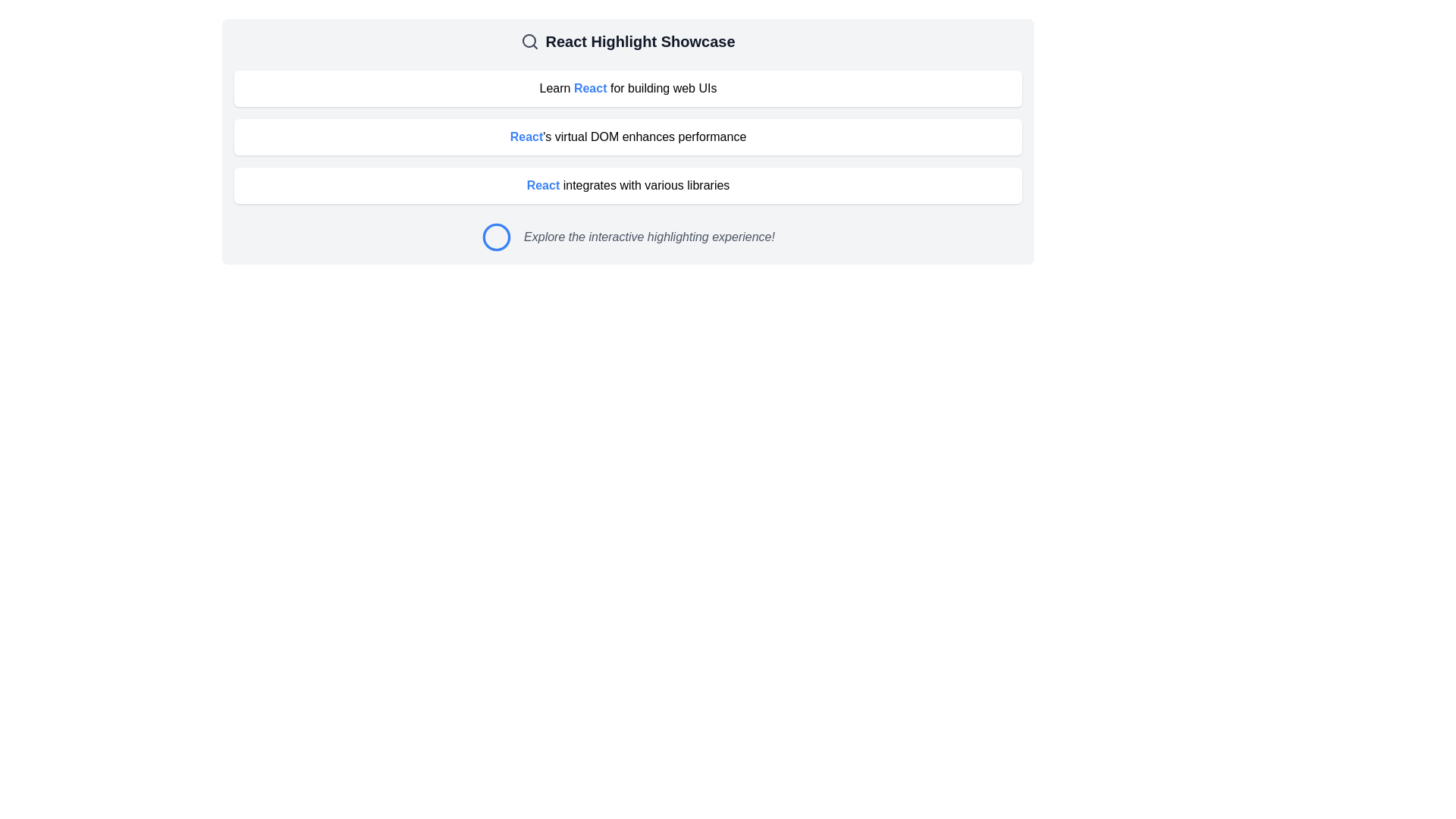 The image size is (1456, 819). What do you see at coordinates (649, 237) in the screenshot?
I see `the text label displaying 'Explore the interactive highlighting experience!' styled in gray italic font, located to the right of an animated spinning icon` at bounding box center [649, 237].